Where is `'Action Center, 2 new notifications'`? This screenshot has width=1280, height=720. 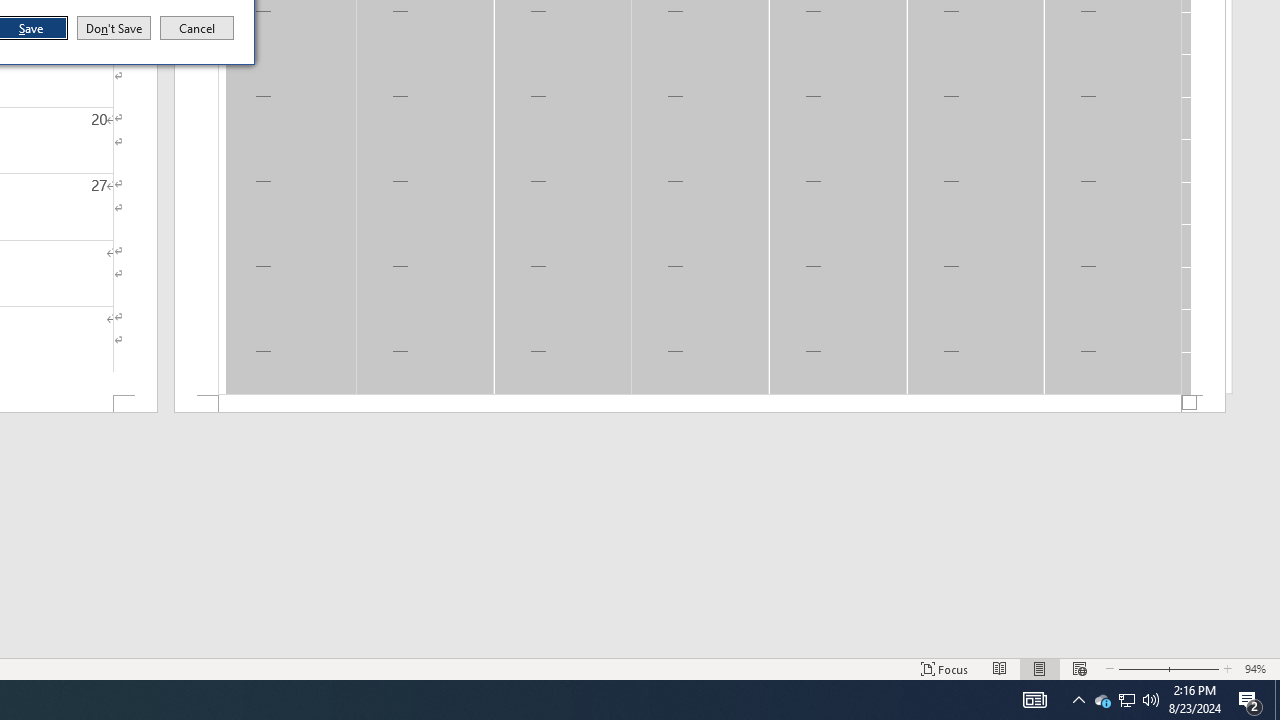
'Action Center, 2 new notifications' is located at coordinates (1250, 698).